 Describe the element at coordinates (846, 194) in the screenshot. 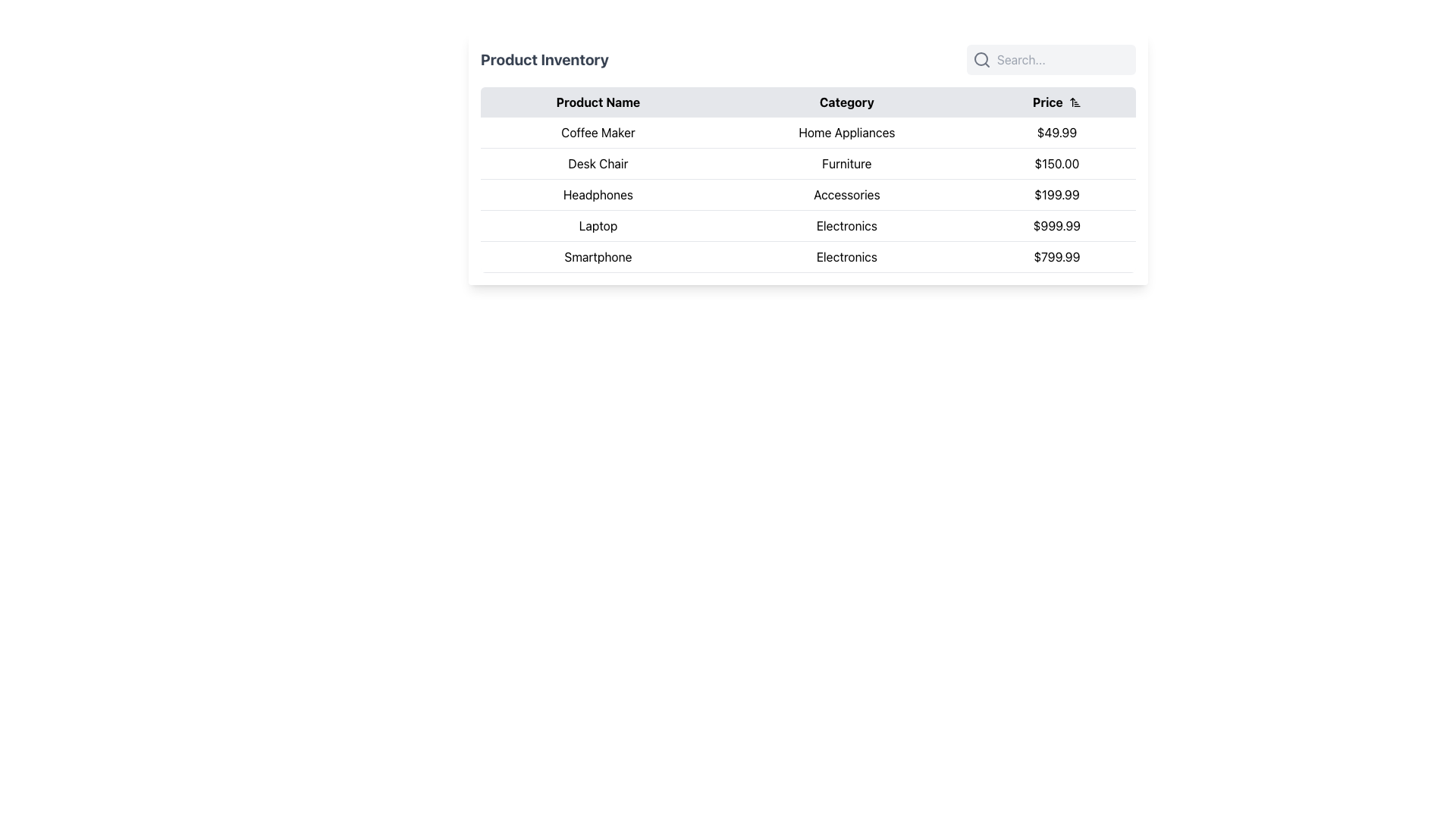

I see `the category label for the product in the table row, positioned between 'Headphones' and the price '$199.99'` at that location.